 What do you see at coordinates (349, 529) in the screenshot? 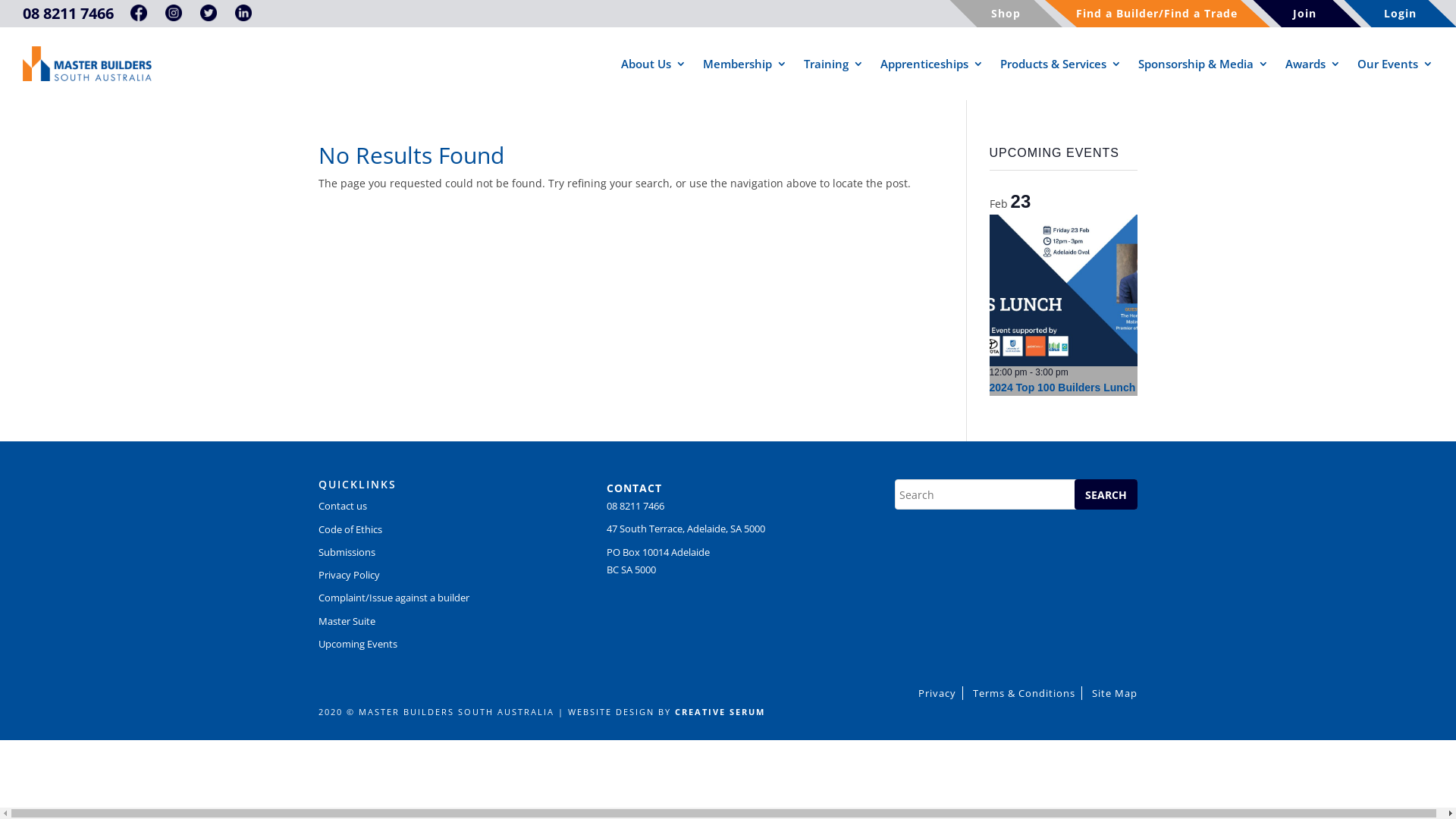
I see `'Code of Ethics'` at bounding box center [349, 529].